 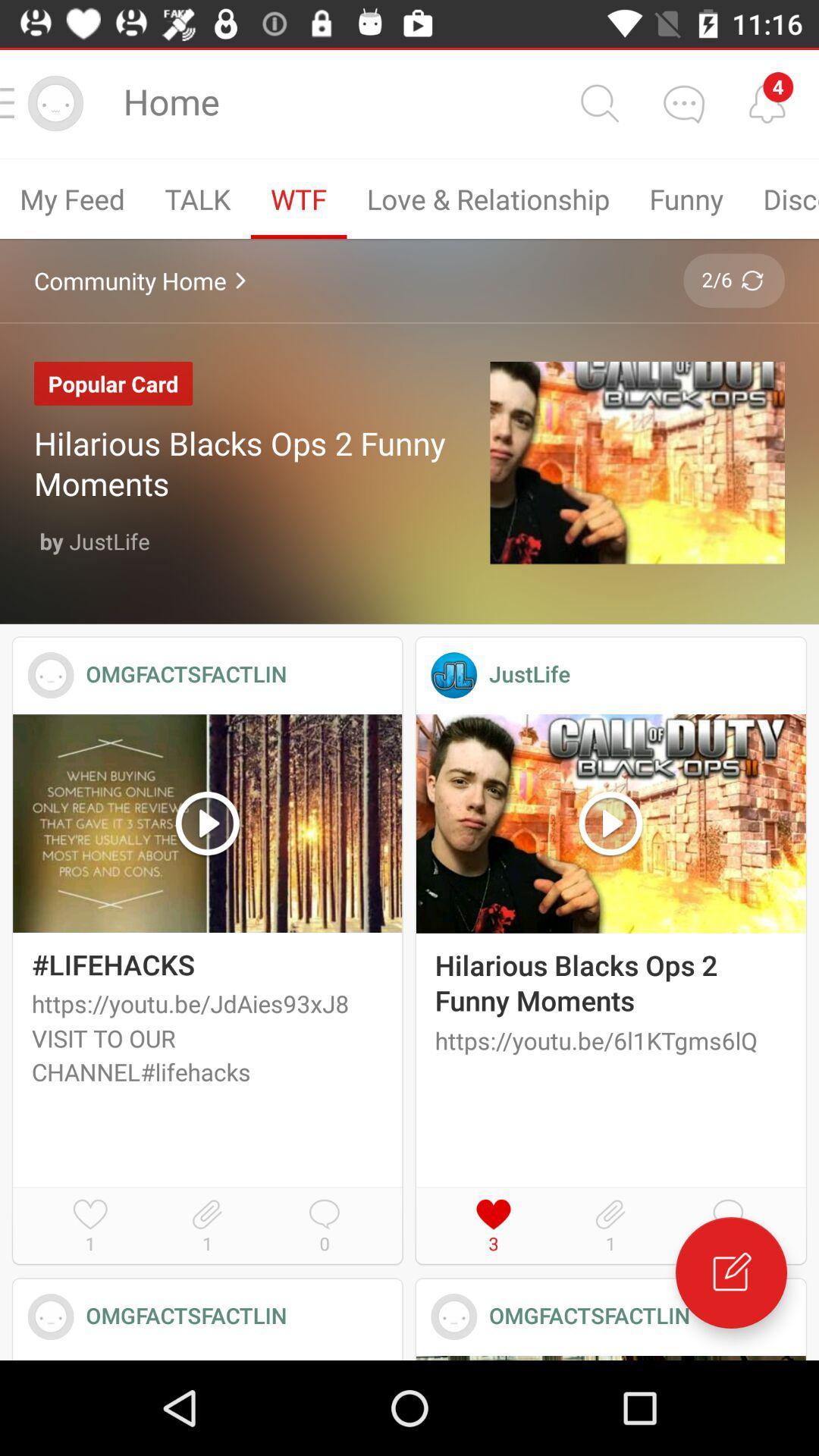 I want to click on the chat icon, so click(x=683, y=102).